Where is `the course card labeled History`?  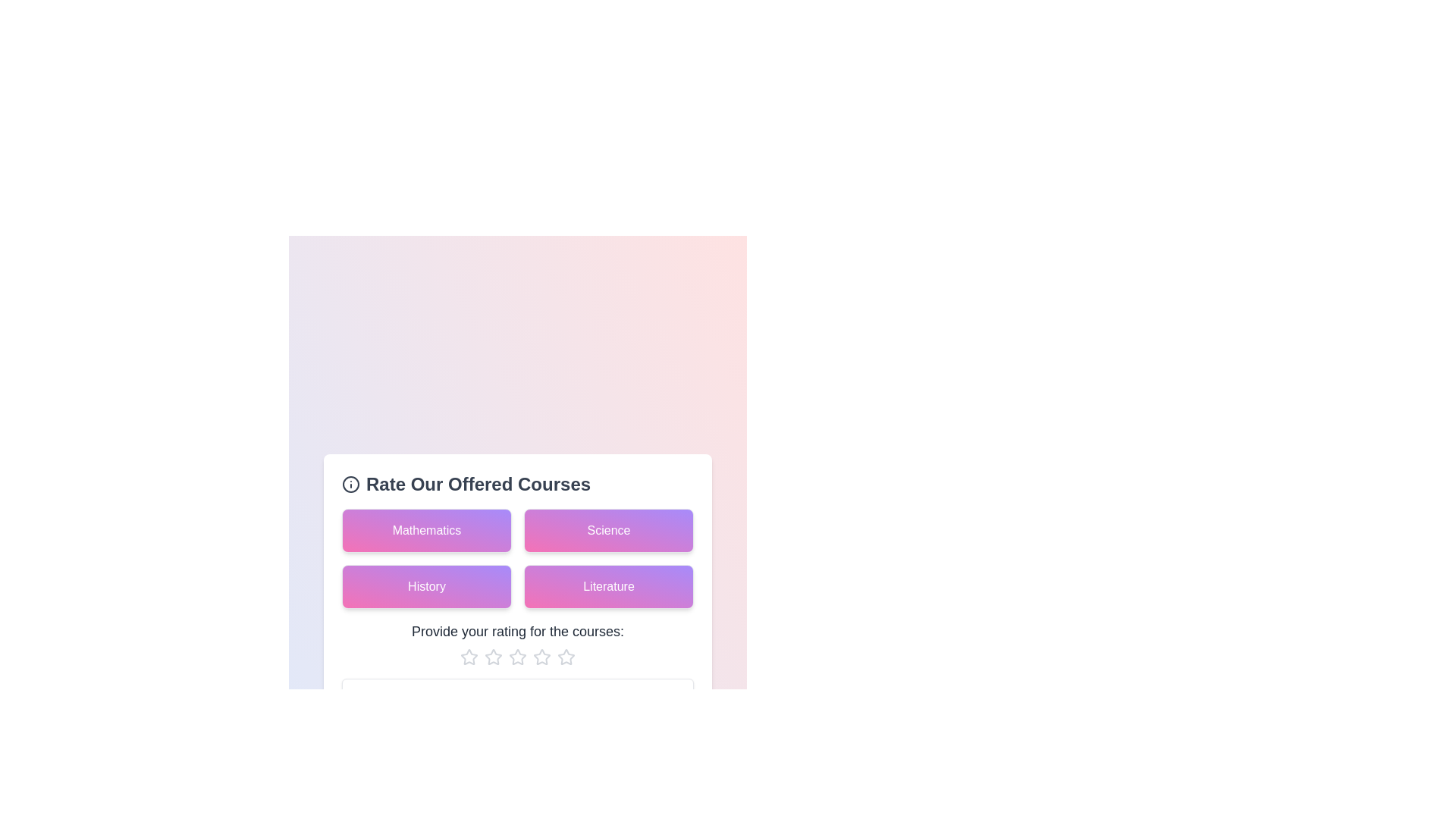
the course card labeled History is located at coordinates (425, 585).